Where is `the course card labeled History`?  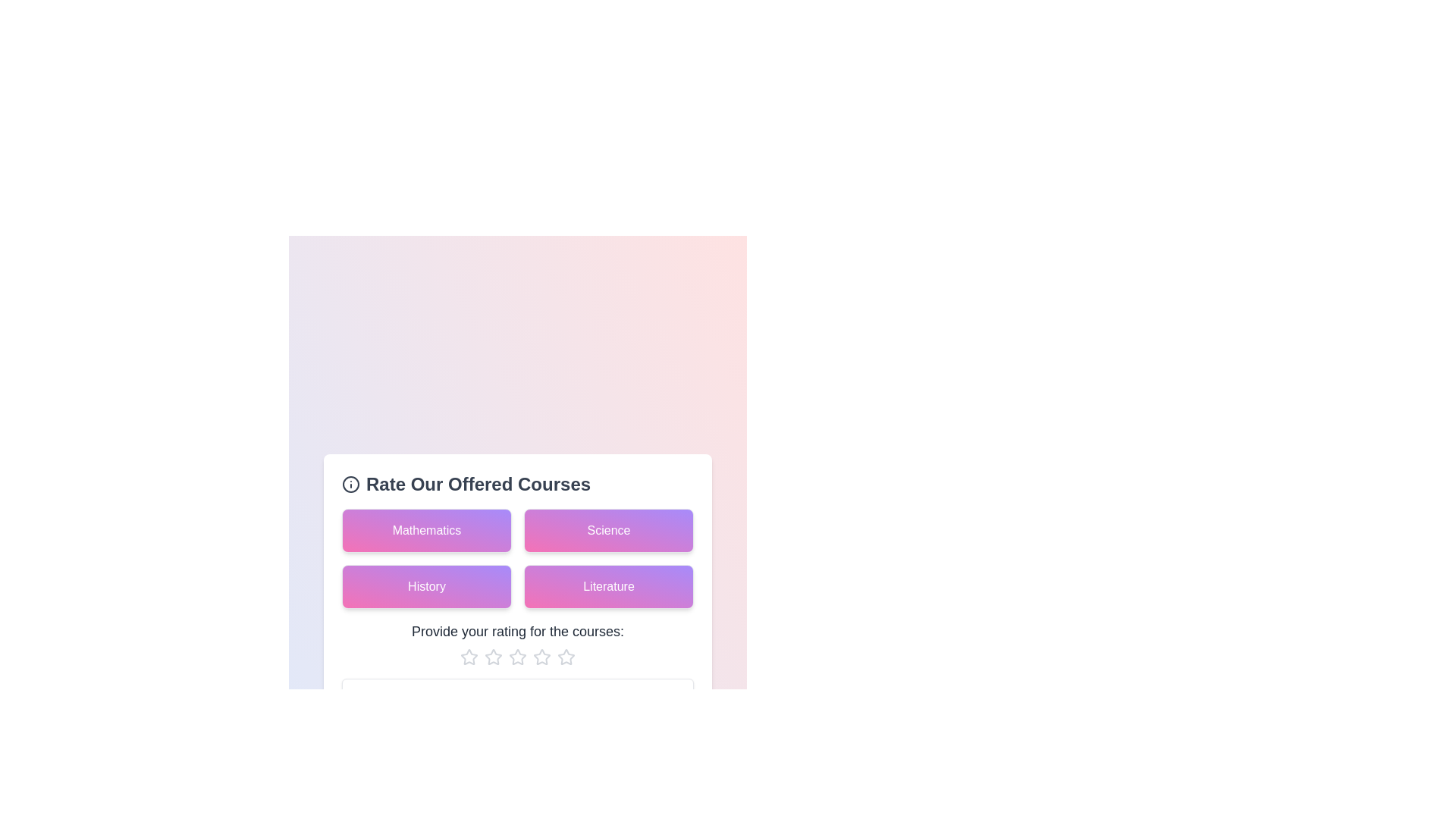
the course card labeled History is located at coordinates (425, 585).